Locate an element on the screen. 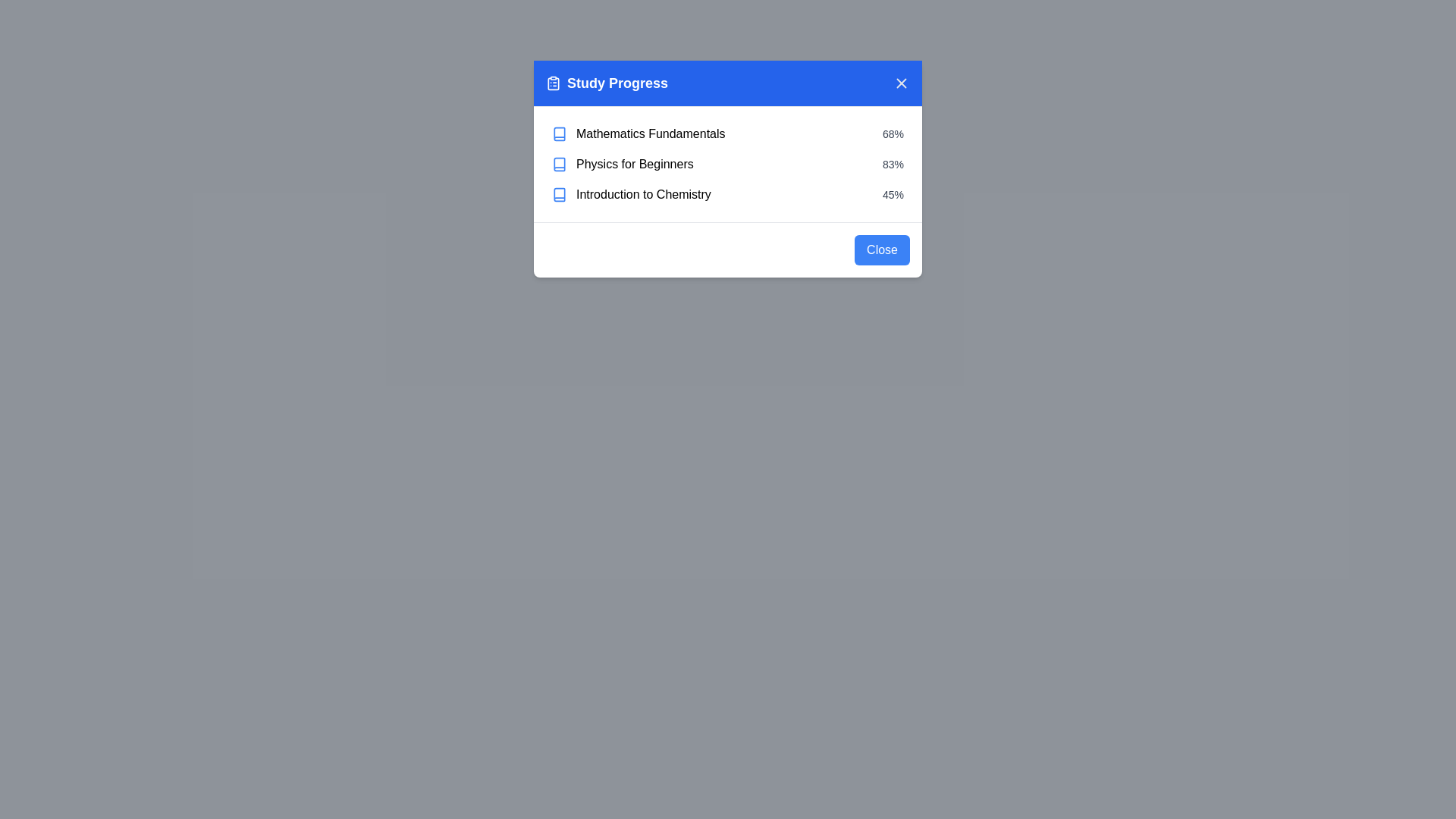 The image size is (1456, 819). the book or document icon located in the top left section of the modal interface, which represents the study progress tracker is located at coordinates (559, 194).